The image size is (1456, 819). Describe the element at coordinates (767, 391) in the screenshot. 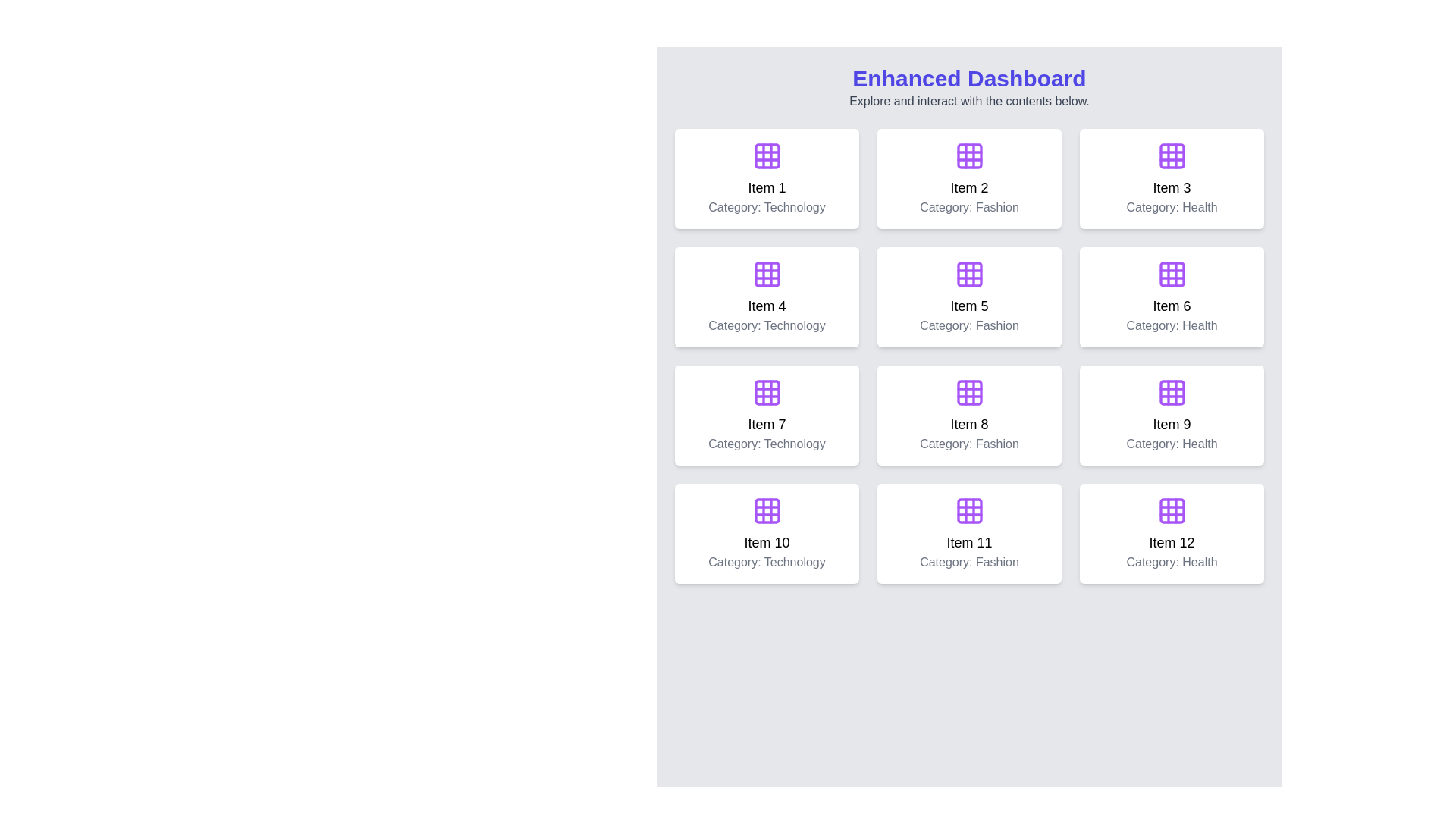

I see `the top-left cell of the 3x3 grid represented by a rounded rectangle within the SVG icon labeled 'Item 7' in the category 'Technology'` at that location.